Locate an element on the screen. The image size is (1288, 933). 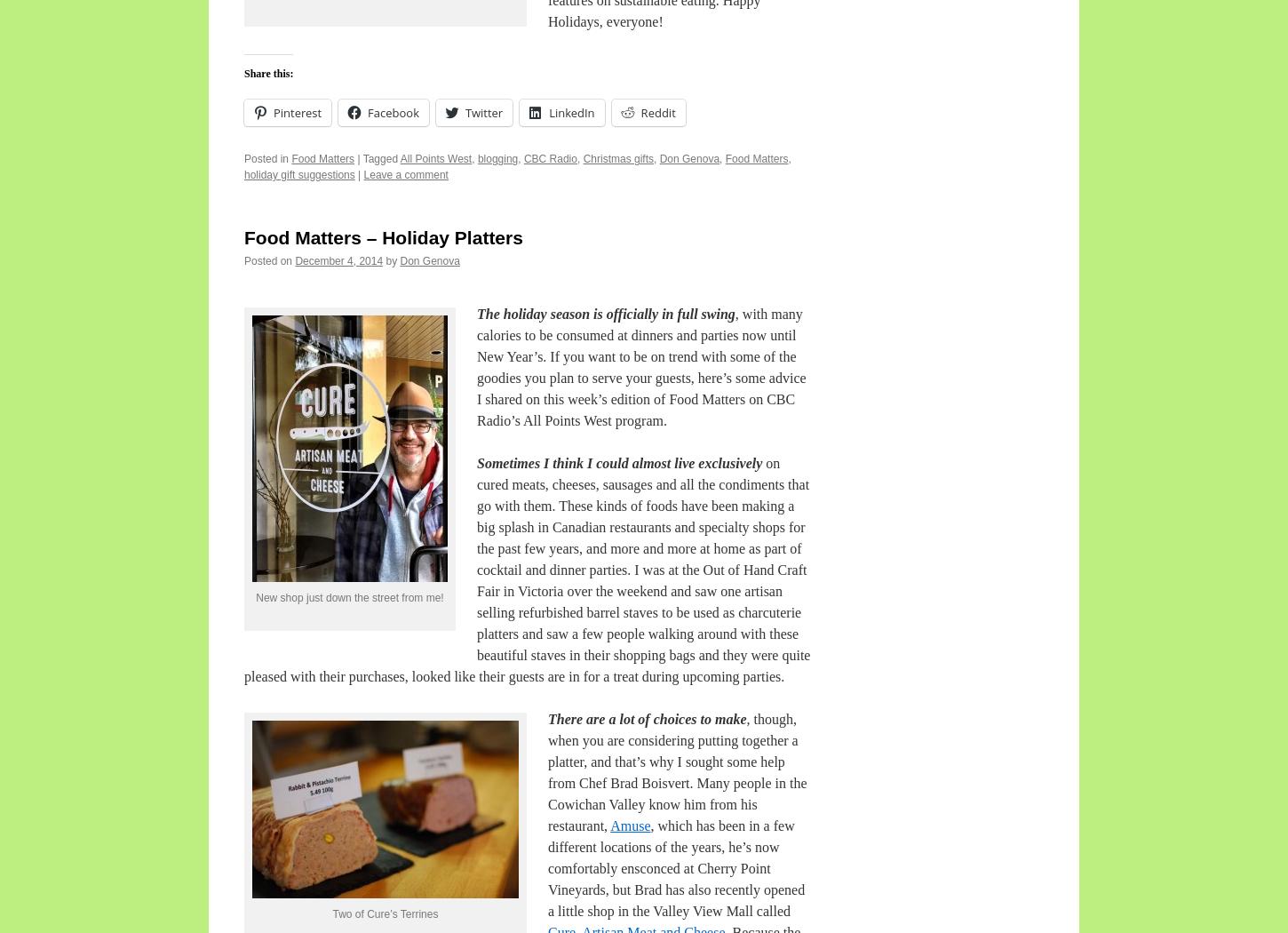
'blogging' is located at coordinates (497, 159).